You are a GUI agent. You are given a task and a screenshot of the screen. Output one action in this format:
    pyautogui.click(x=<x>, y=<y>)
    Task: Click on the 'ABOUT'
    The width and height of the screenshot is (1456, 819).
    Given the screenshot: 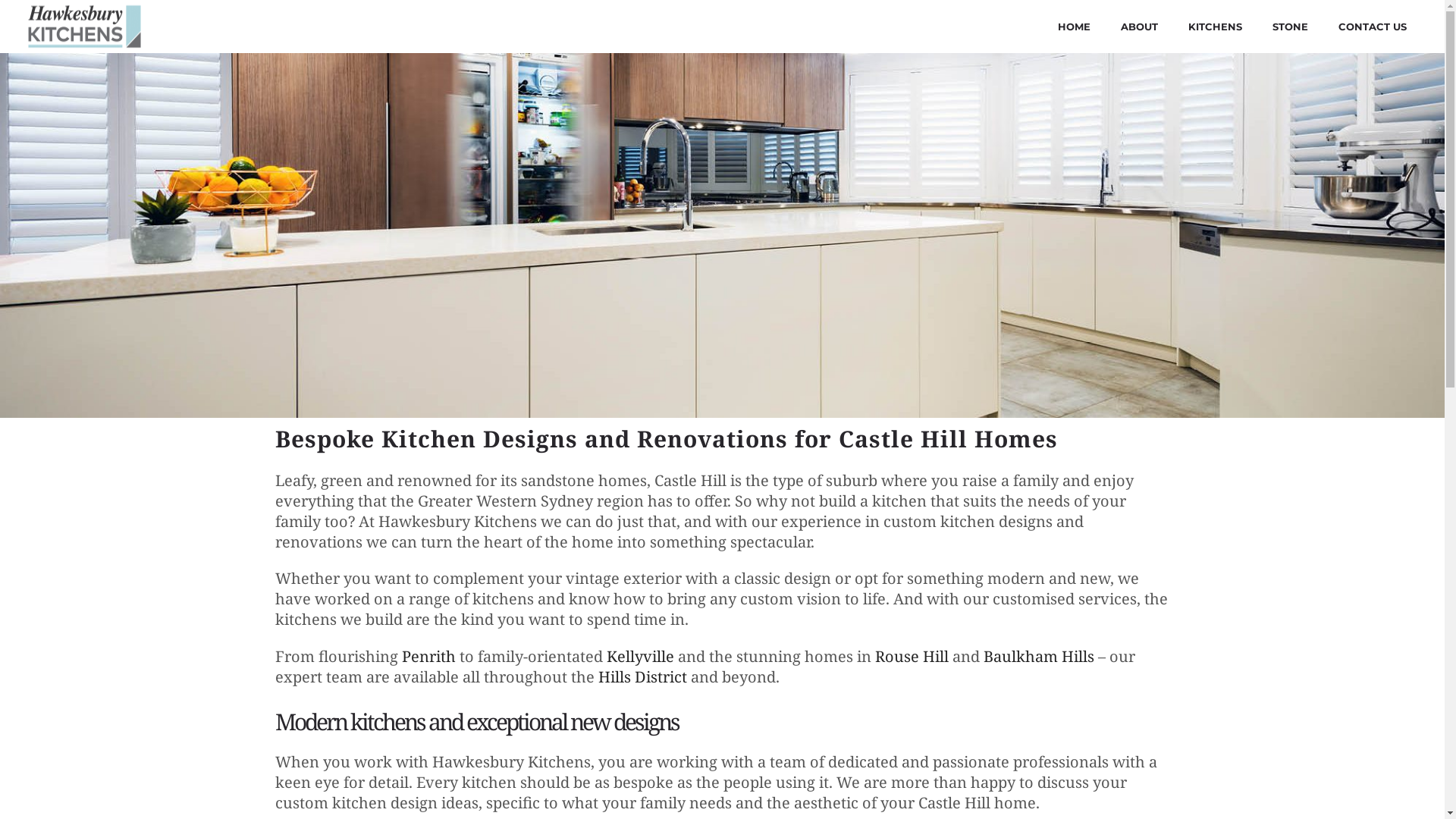 What is the action you would take?
    pyautogui.click(x=1139, y=26)
    